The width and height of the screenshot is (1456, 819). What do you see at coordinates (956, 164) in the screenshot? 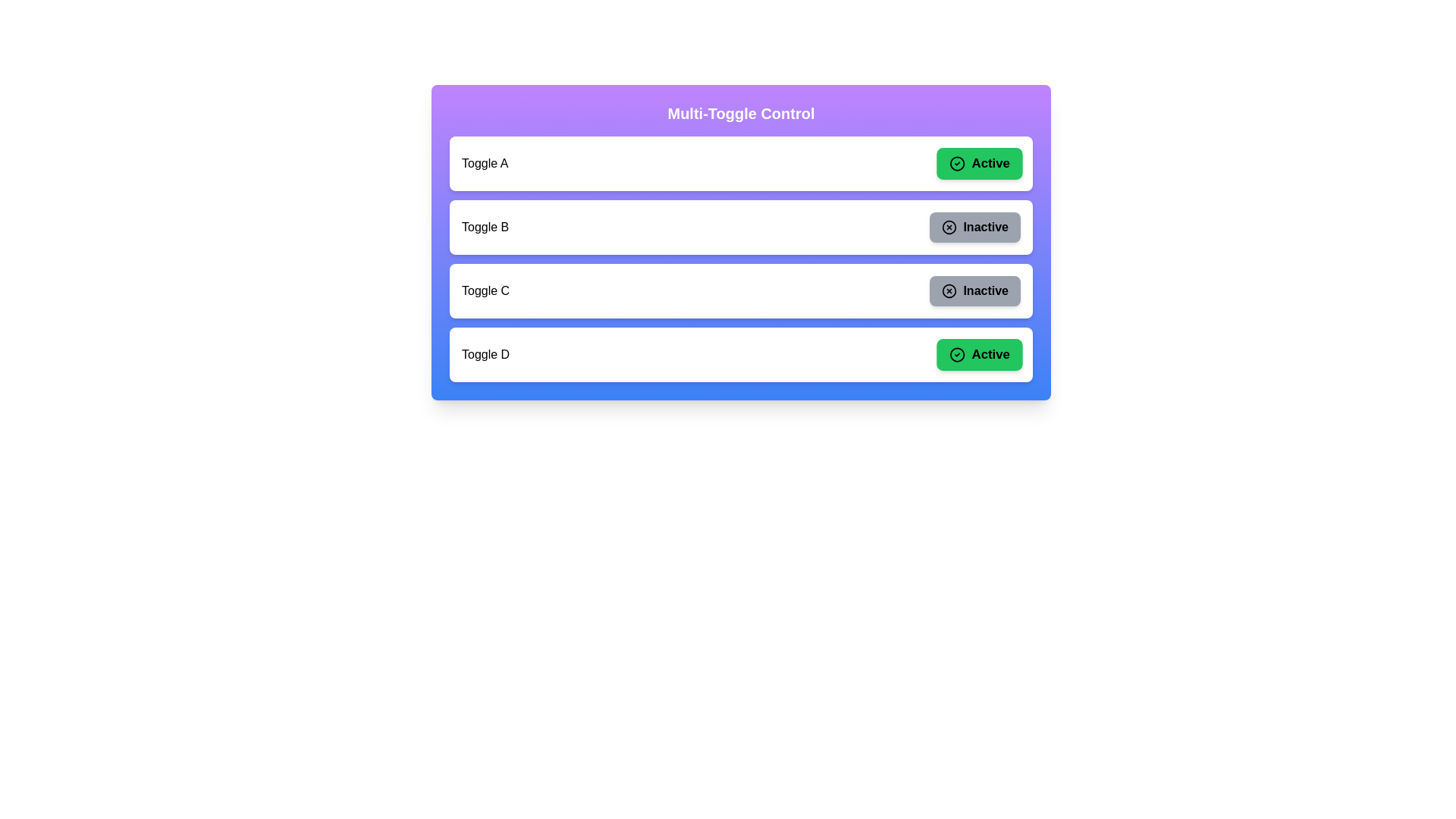
I see `the Status indicator icon representing the active state of the toggle in the 'Toggle A' row, which is the first icon within the 'Active' button` at bounding box center [956, 164].